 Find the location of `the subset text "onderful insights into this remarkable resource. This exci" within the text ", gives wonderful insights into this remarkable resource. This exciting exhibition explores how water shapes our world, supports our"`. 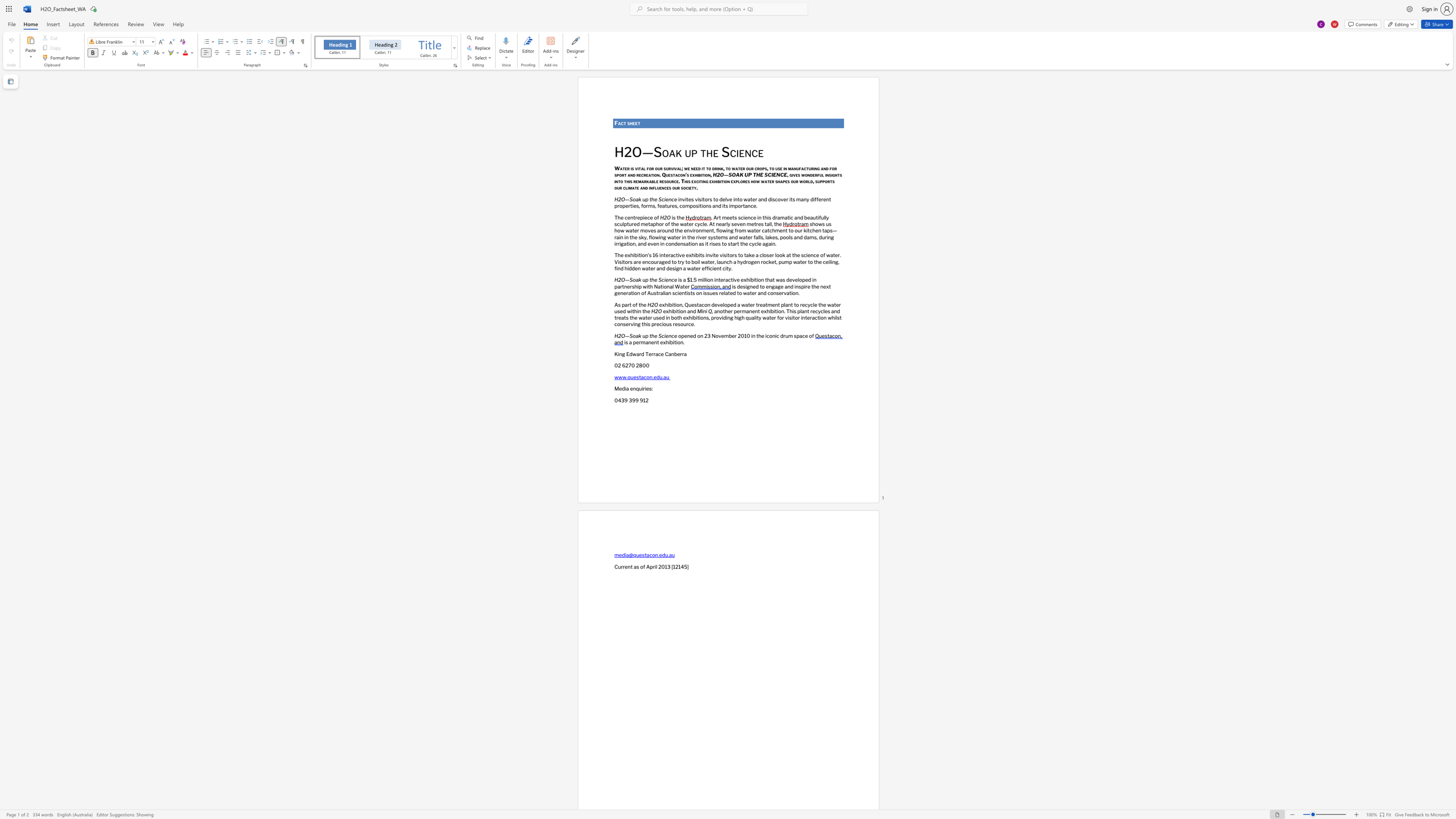

the subset text "onderful insights into this remarkable resource. This exci" within the text ", gives wonderful insights into this remarkable resource. This exciting exhibition explores how water shapes our world, supports our" is located at coordinates (804, 174).